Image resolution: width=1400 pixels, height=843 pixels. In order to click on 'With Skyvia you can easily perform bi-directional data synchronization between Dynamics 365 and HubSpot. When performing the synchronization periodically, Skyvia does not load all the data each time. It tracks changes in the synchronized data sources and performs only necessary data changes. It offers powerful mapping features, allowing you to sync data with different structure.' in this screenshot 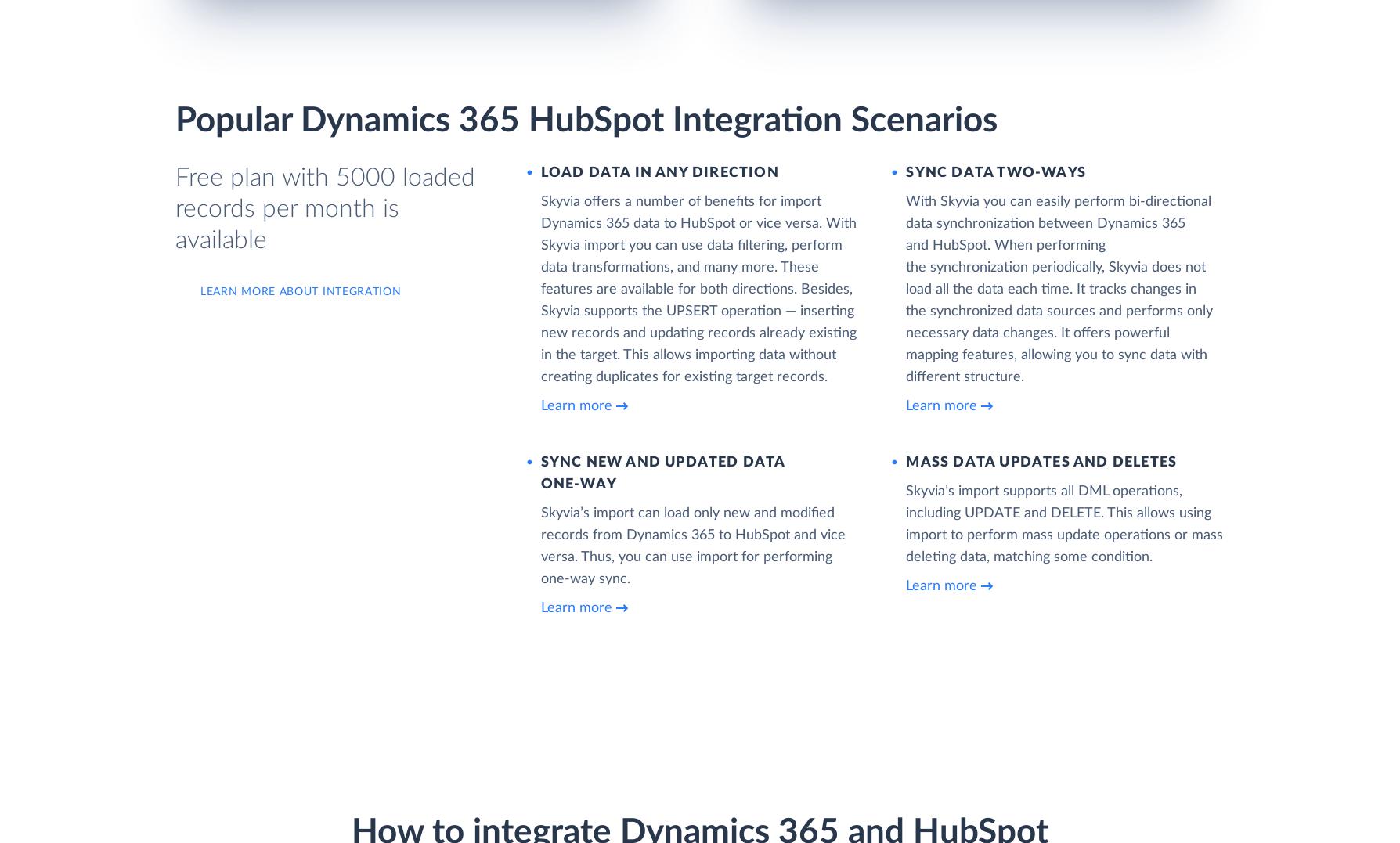, I will do `click(1059, 287)`.